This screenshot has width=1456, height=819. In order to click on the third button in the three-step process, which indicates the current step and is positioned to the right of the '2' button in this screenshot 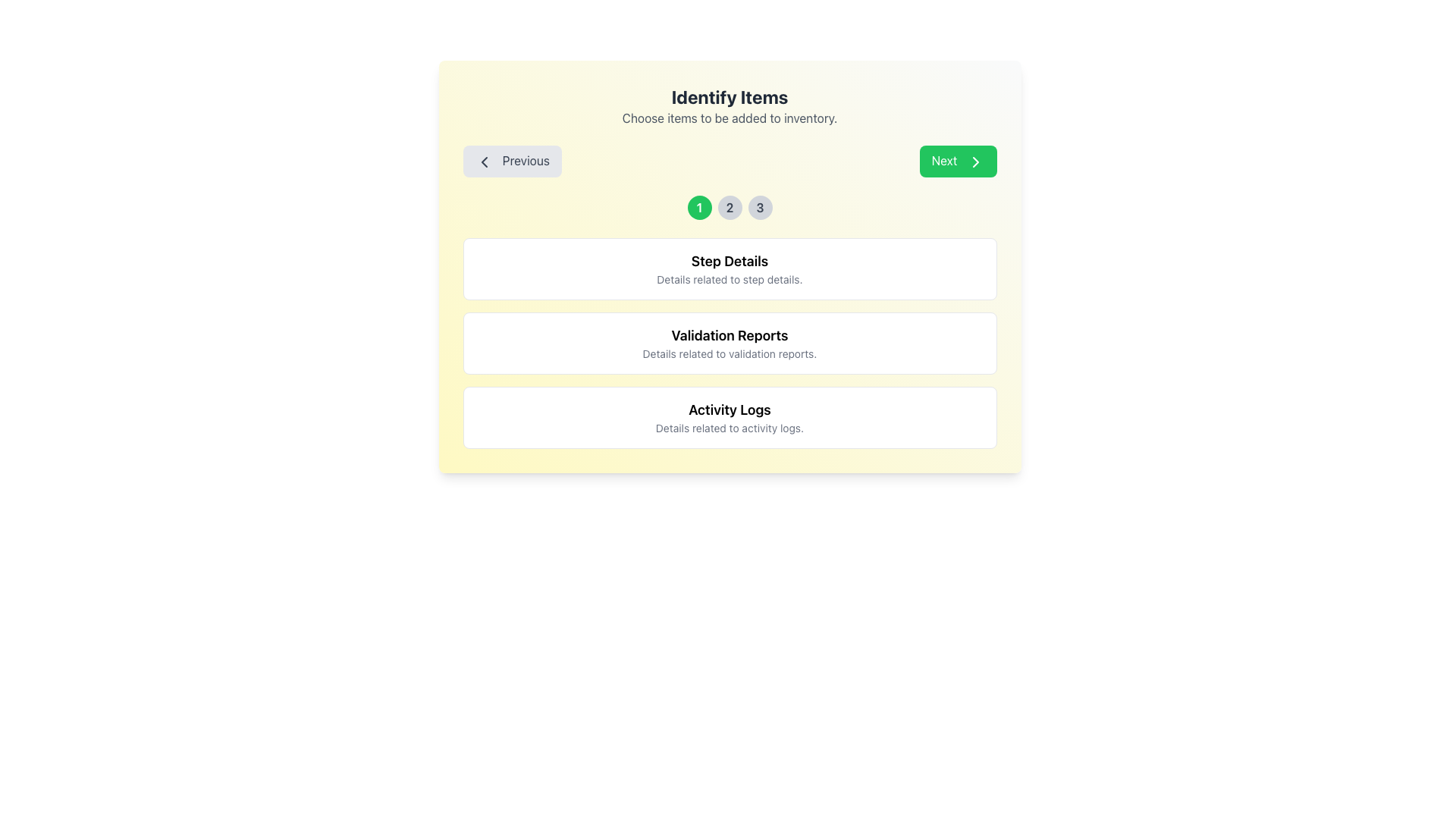, I will do `click(760, 207)`.